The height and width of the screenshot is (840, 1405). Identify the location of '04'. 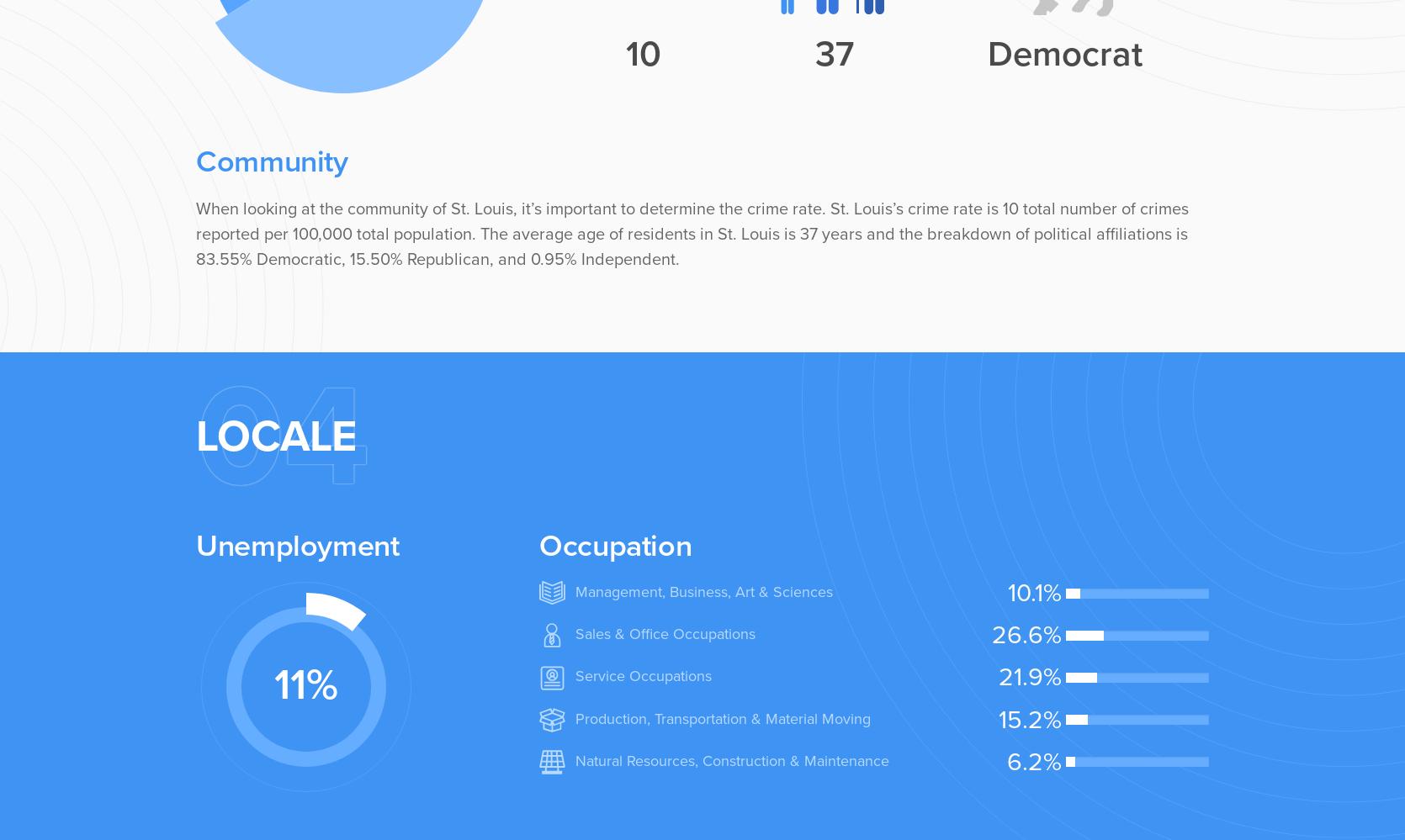
(283, 436).